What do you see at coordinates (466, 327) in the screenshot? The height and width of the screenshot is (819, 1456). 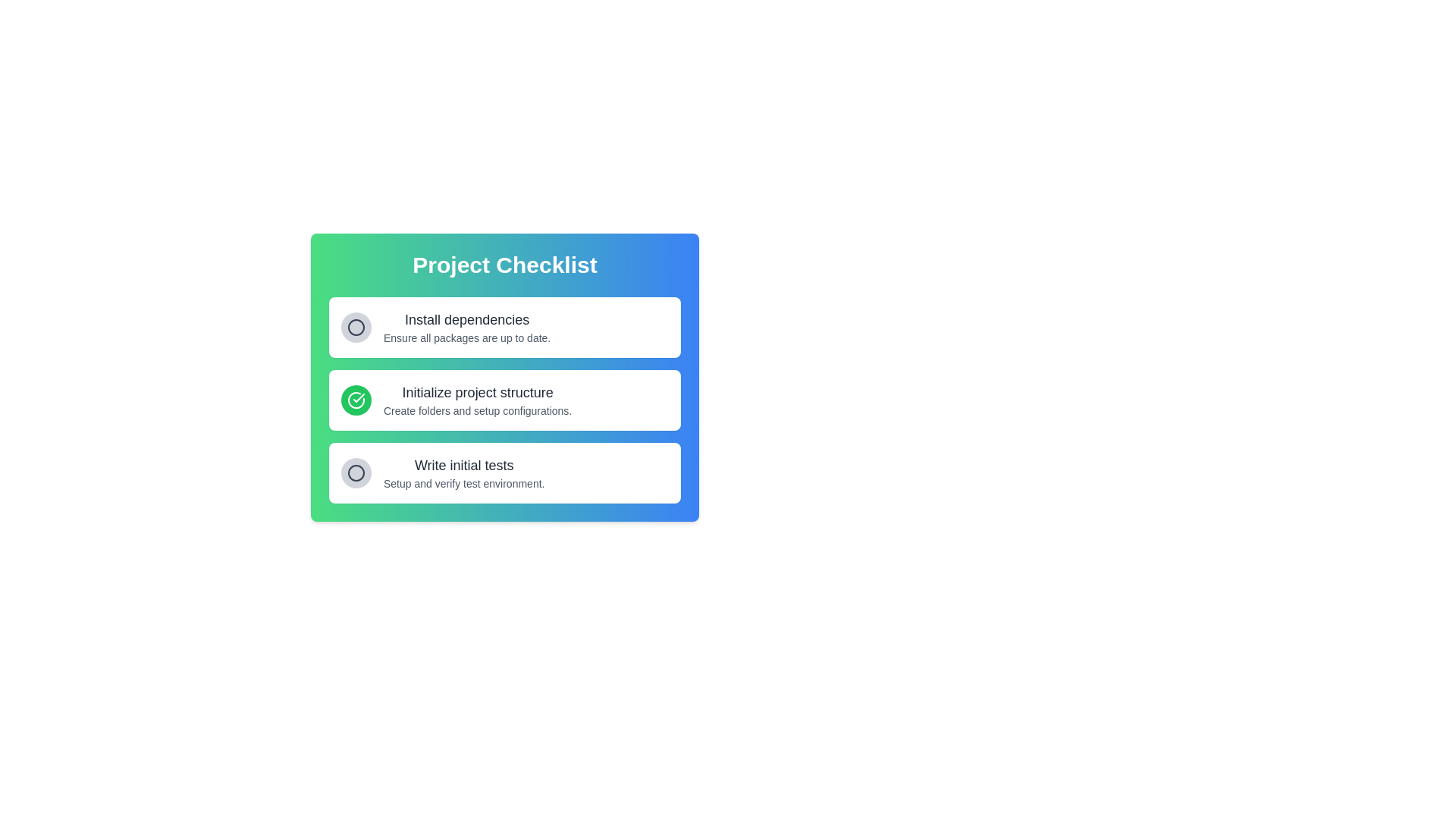 I see `the task Install dependencies to view hover effects` at bounding box center [466, 327].